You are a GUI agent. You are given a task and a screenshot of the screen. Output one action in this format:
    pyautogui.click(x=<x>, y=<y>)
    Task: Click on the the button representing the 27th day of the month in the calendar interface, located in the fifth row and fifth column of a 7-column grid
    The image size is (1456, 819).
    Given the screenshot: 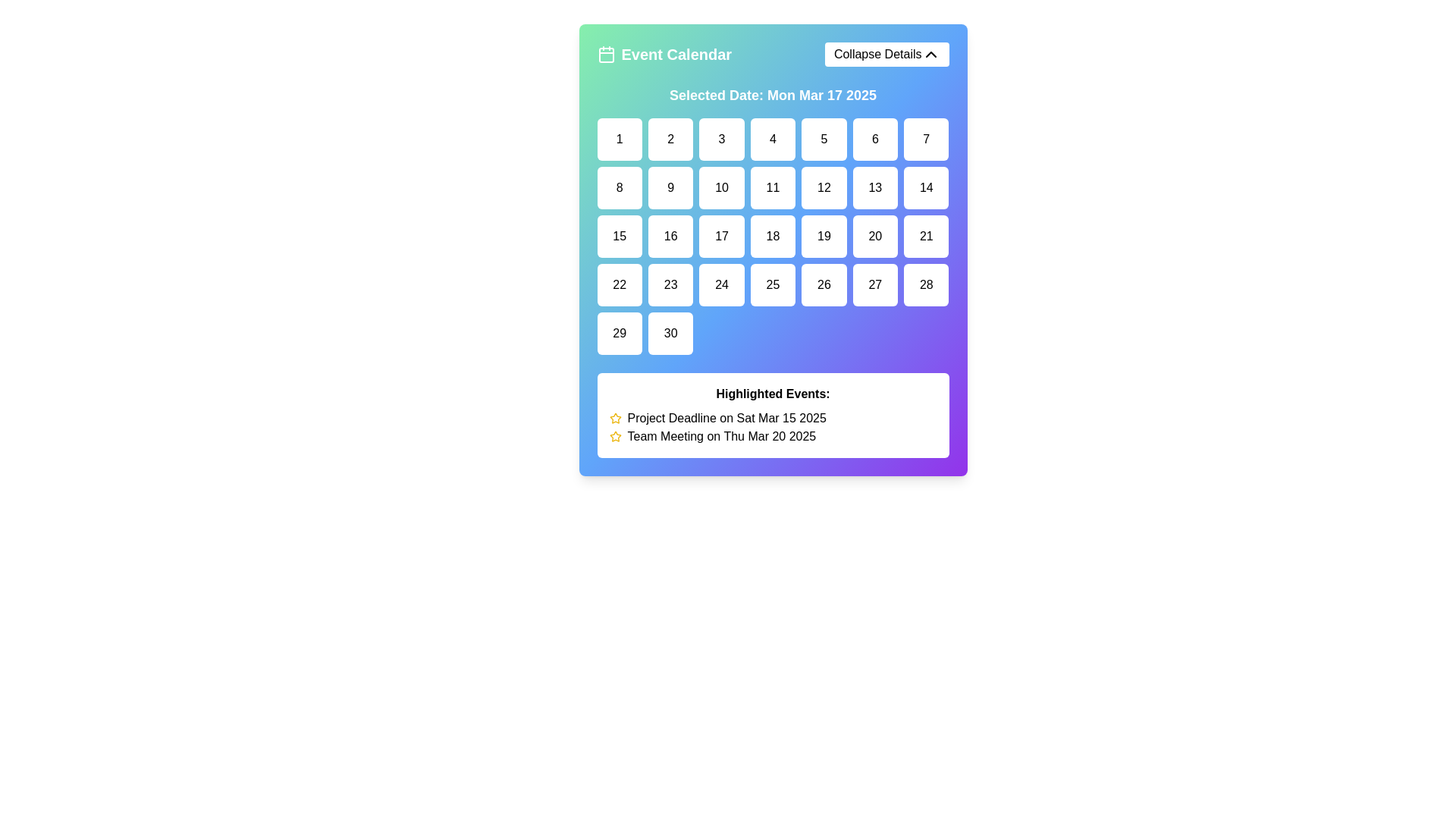 What is the action you would take?
    pyautogui.click(x=875, y=284)
    